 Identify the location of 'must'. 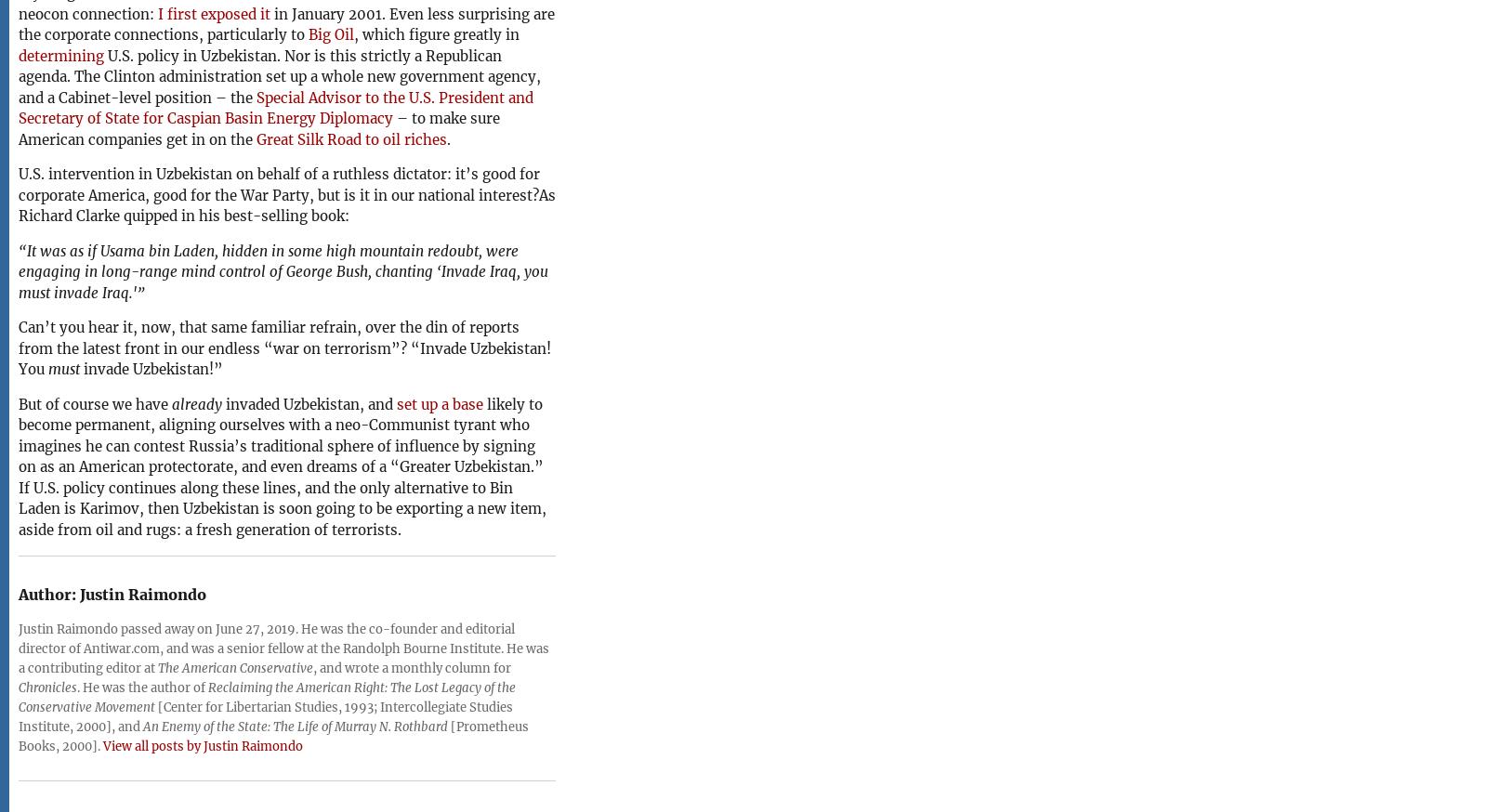
(47, 369).